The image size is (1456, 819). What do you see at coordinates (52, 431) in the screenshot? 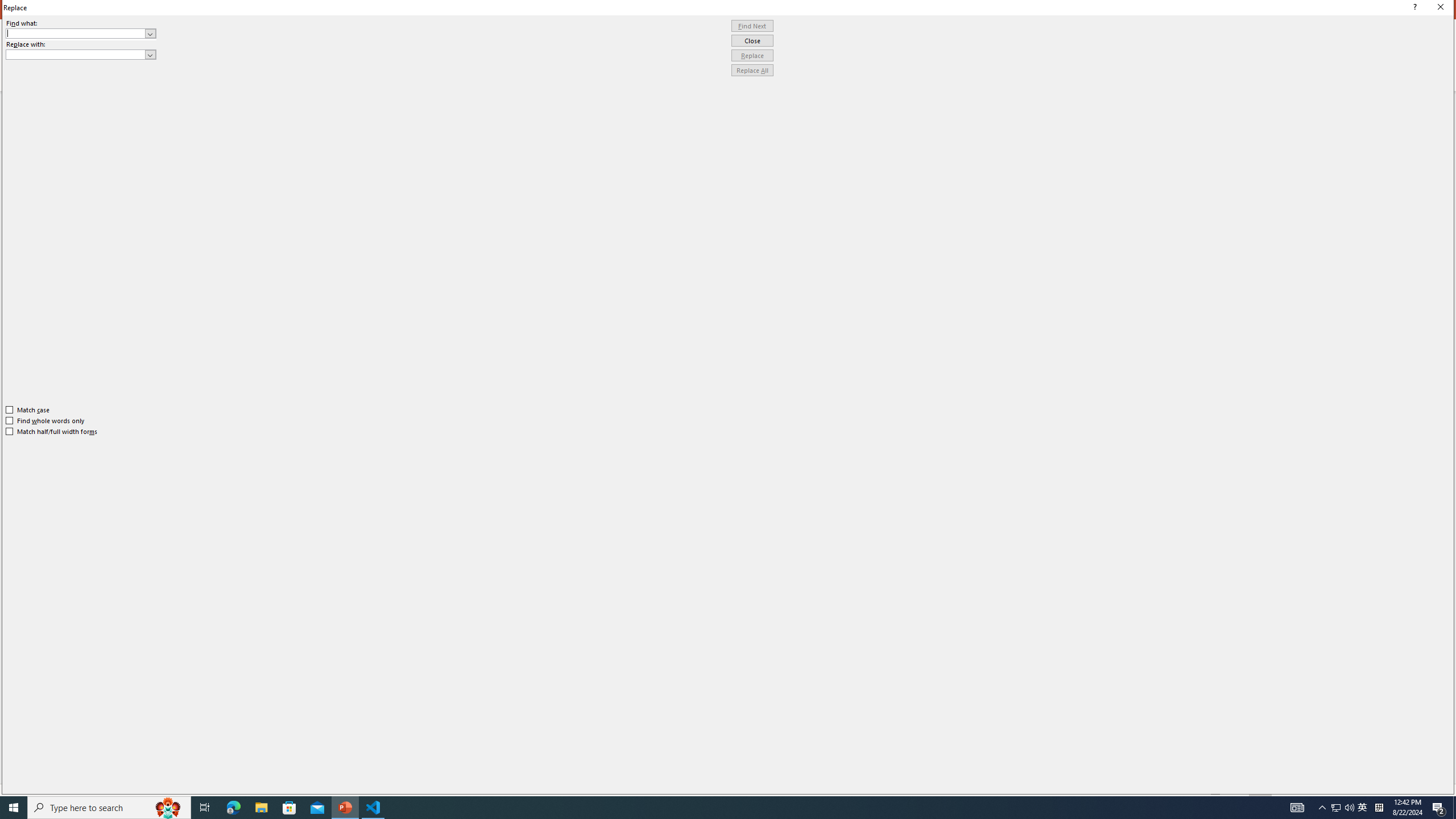
I see `'Match half/full width forms'` at bounding box center [52, 431].